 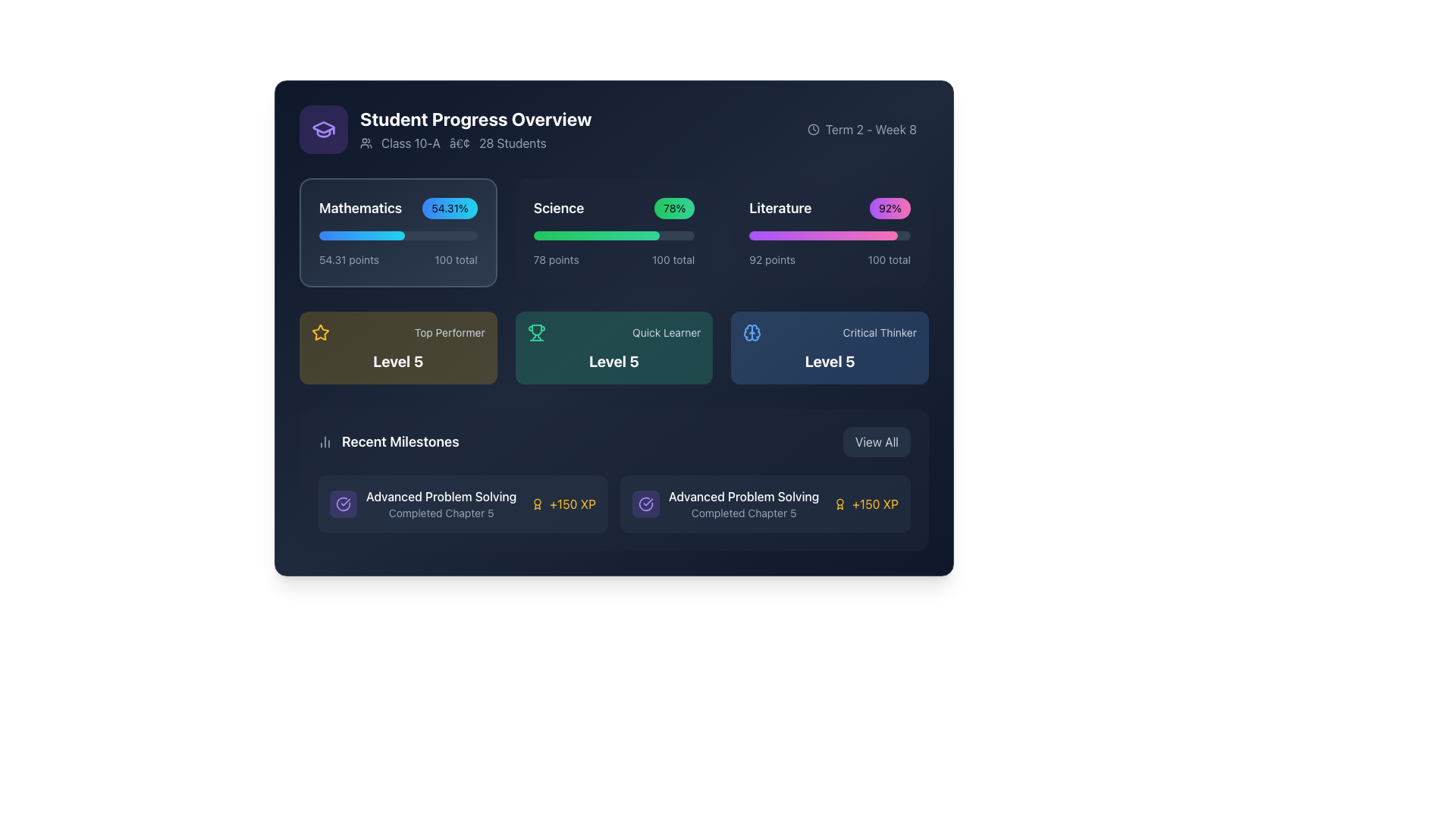 What do you see at coordinates (839, 504) in the screenshot?
I see `the amber-yellow award icon with a circular medallion design, located left of the '+150 XP' text in the 'Advanced Problem Solving' section` at bounding box center [839, 504].